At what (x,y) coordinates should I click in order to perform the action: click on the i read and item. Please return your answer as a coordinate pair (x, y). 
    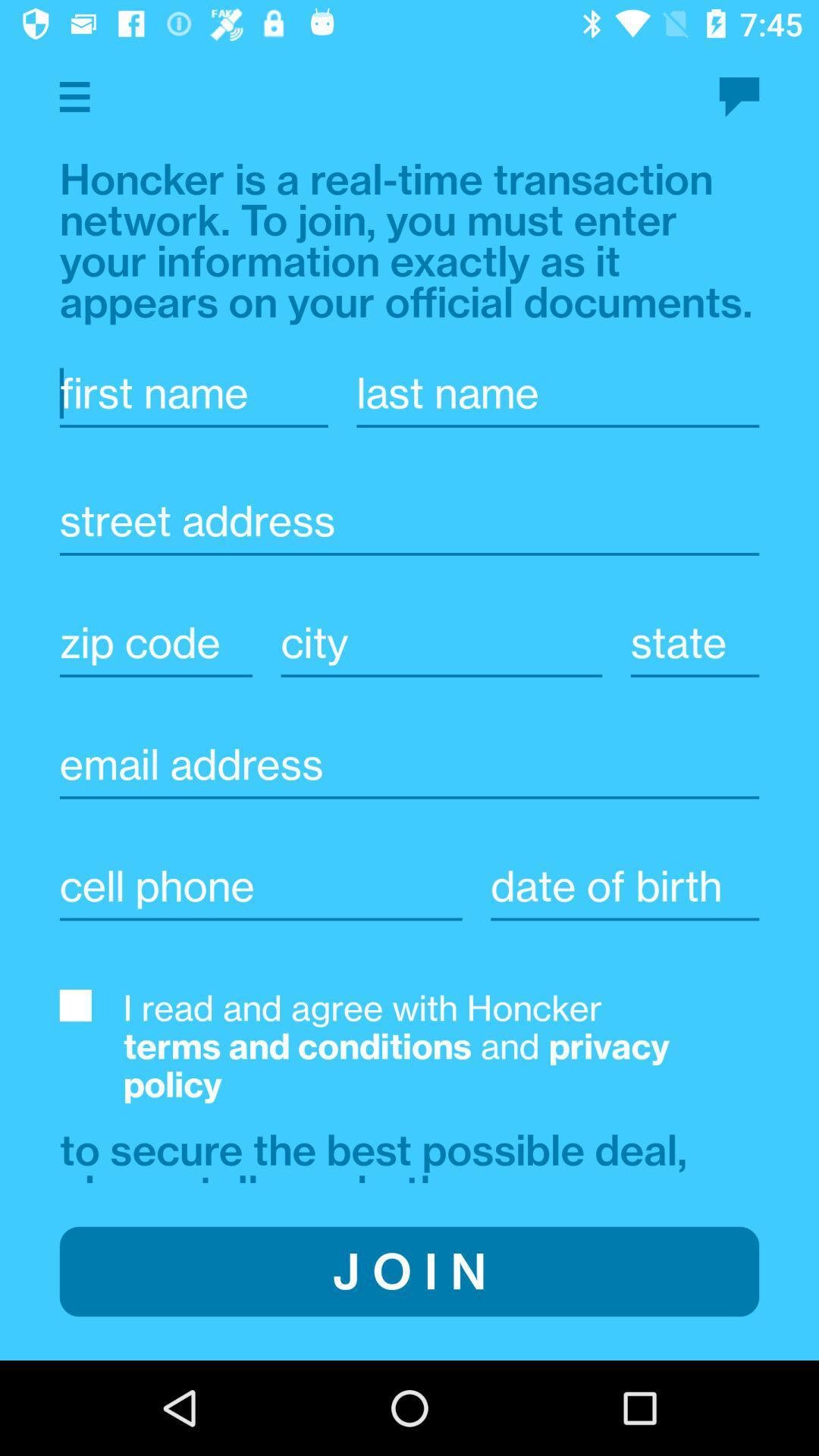
    Looking at the image, I should click on (441, 1046).